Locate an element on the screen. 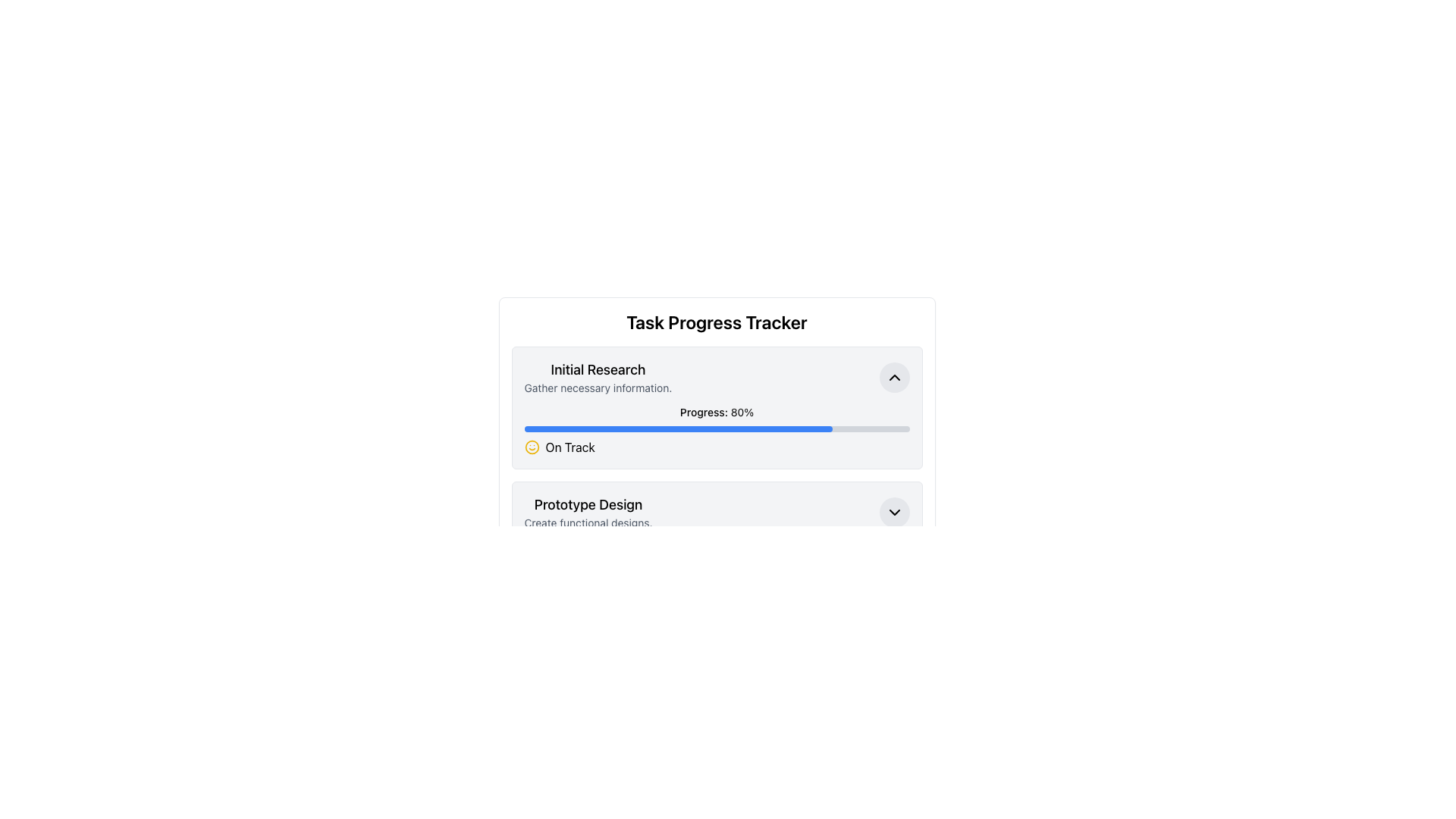 The height and width of the screenshot is (819, 1456). the Text Label with Icon indicating progress status, located left of 'On Track' in the 'Progress: 80%' section is located at coordinates (716, 447).